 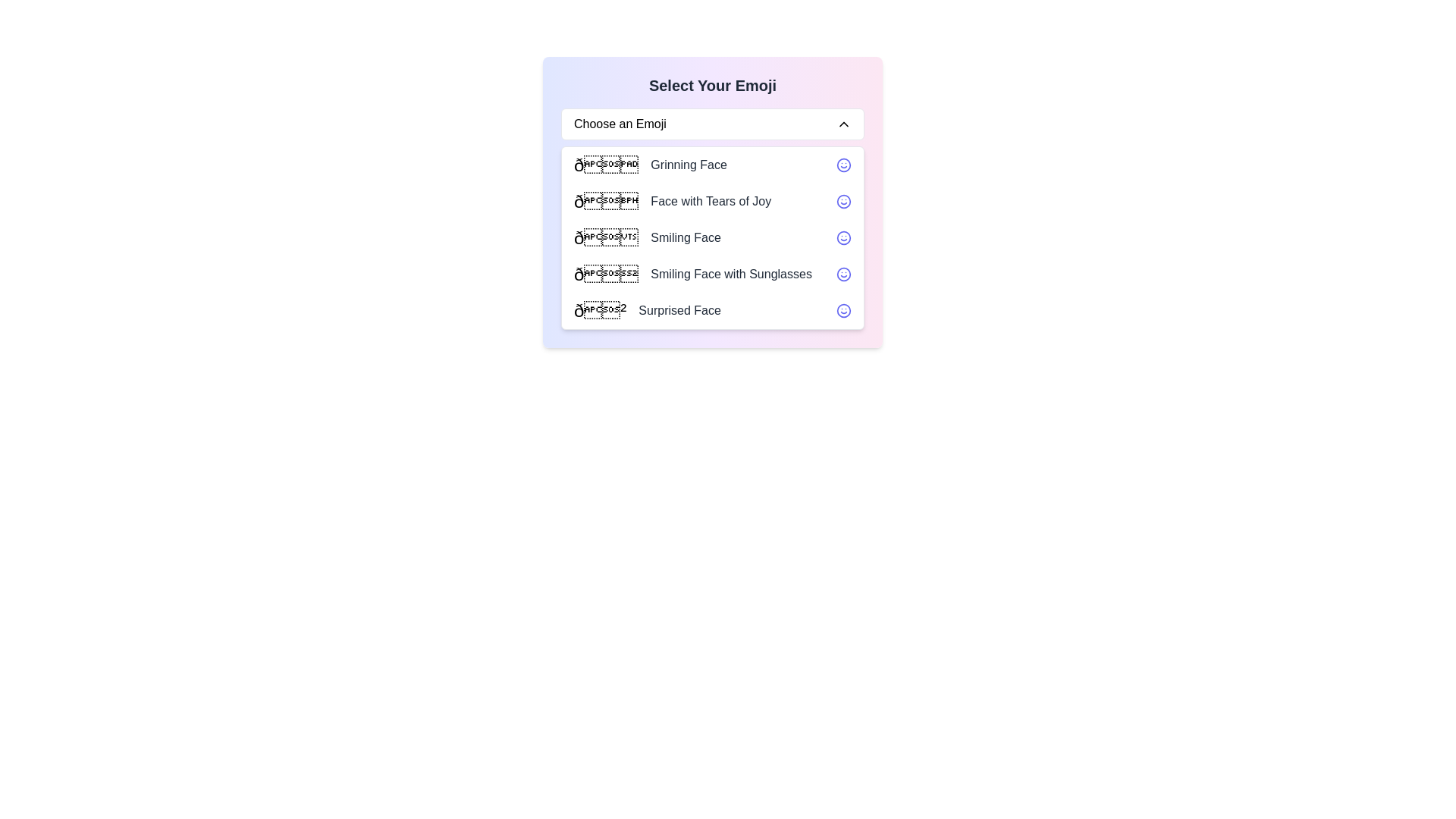 What do you see at coordinates (712, 275) in the screenshot?
I see `the fourth entry in the emoji selection dropdown menu` at bounding box center [712, 275].